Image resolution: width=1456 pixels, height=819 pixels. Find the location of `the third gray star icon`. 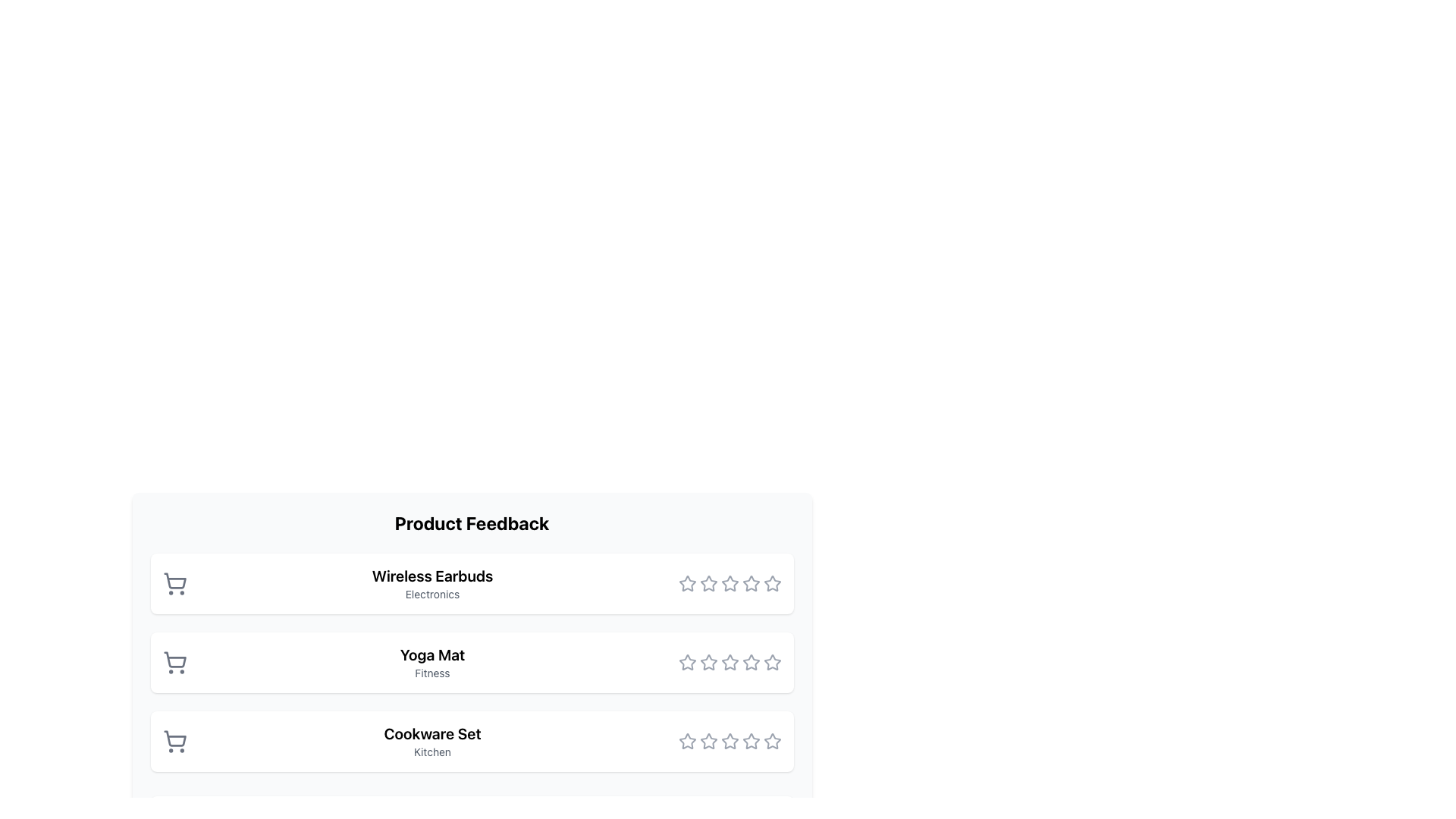

the third gray star icon is located at coordinates (708, 662).